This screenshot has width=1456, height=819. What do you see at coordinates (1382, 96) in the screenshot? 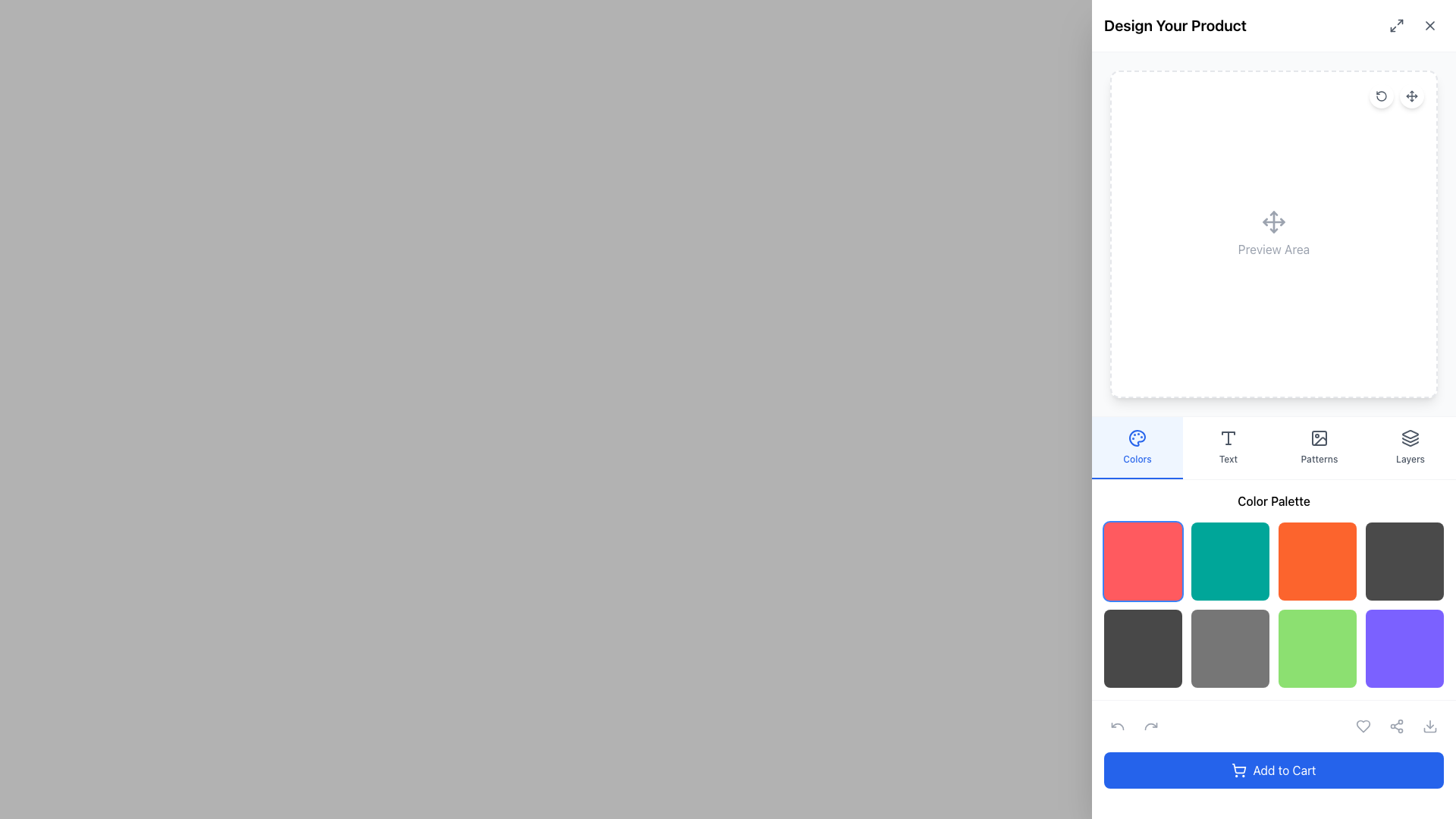
I see `the leftmost circular button in the top-right corner of the preview area` at bounding box center [1382, 96].